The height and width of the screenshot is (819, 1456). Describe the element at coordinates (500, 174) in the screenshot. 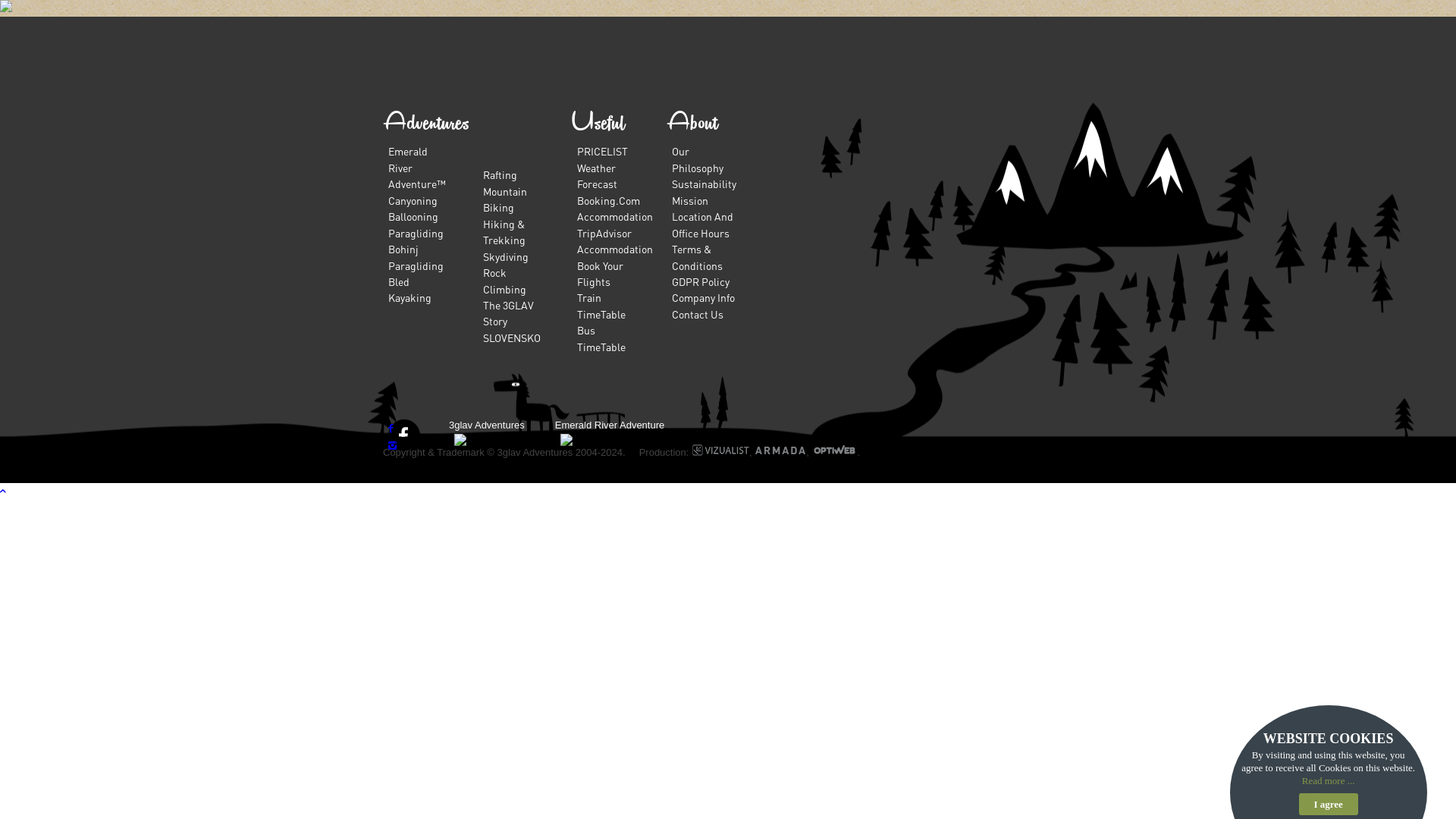

I see `'Rafting'` at that location.